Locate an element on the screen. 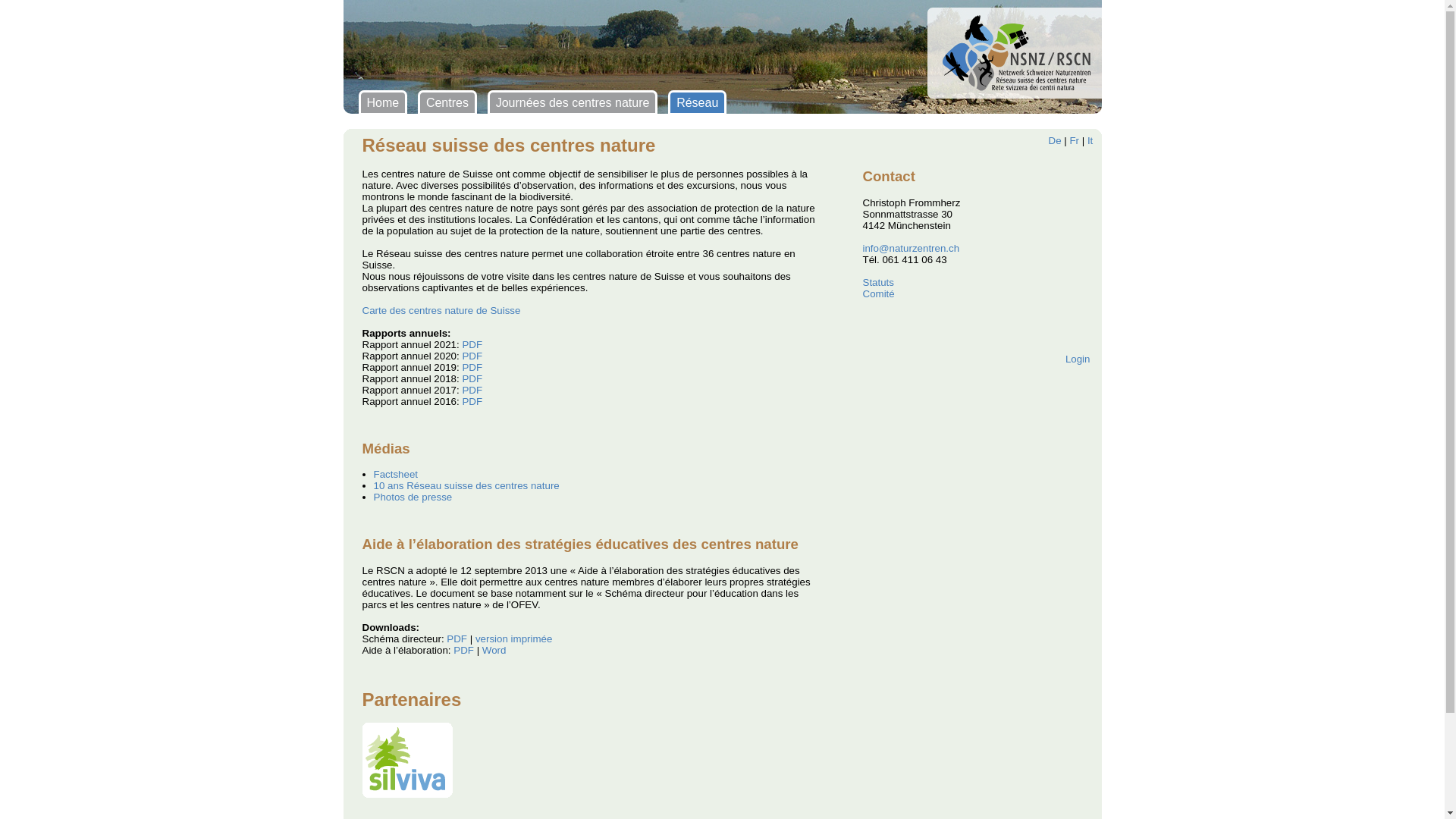 Image resolution: width=1456 pixels, height=819 pixels. 'De' is located at coordinates (1053, 140).